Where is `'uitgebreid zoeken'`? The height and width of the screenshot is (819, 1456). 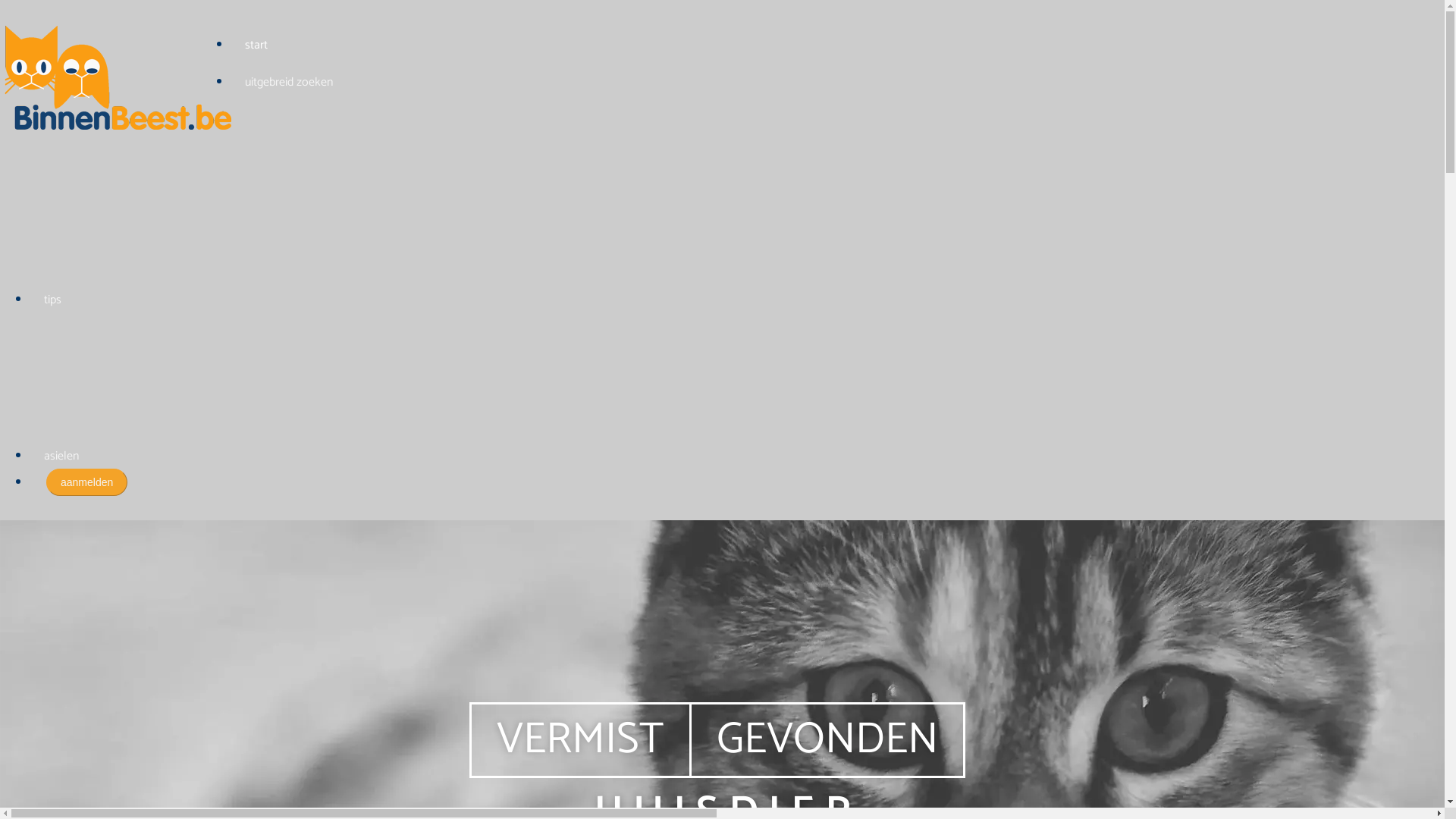
'uitgebreid zoeken' is located at coordinates (288, 82).